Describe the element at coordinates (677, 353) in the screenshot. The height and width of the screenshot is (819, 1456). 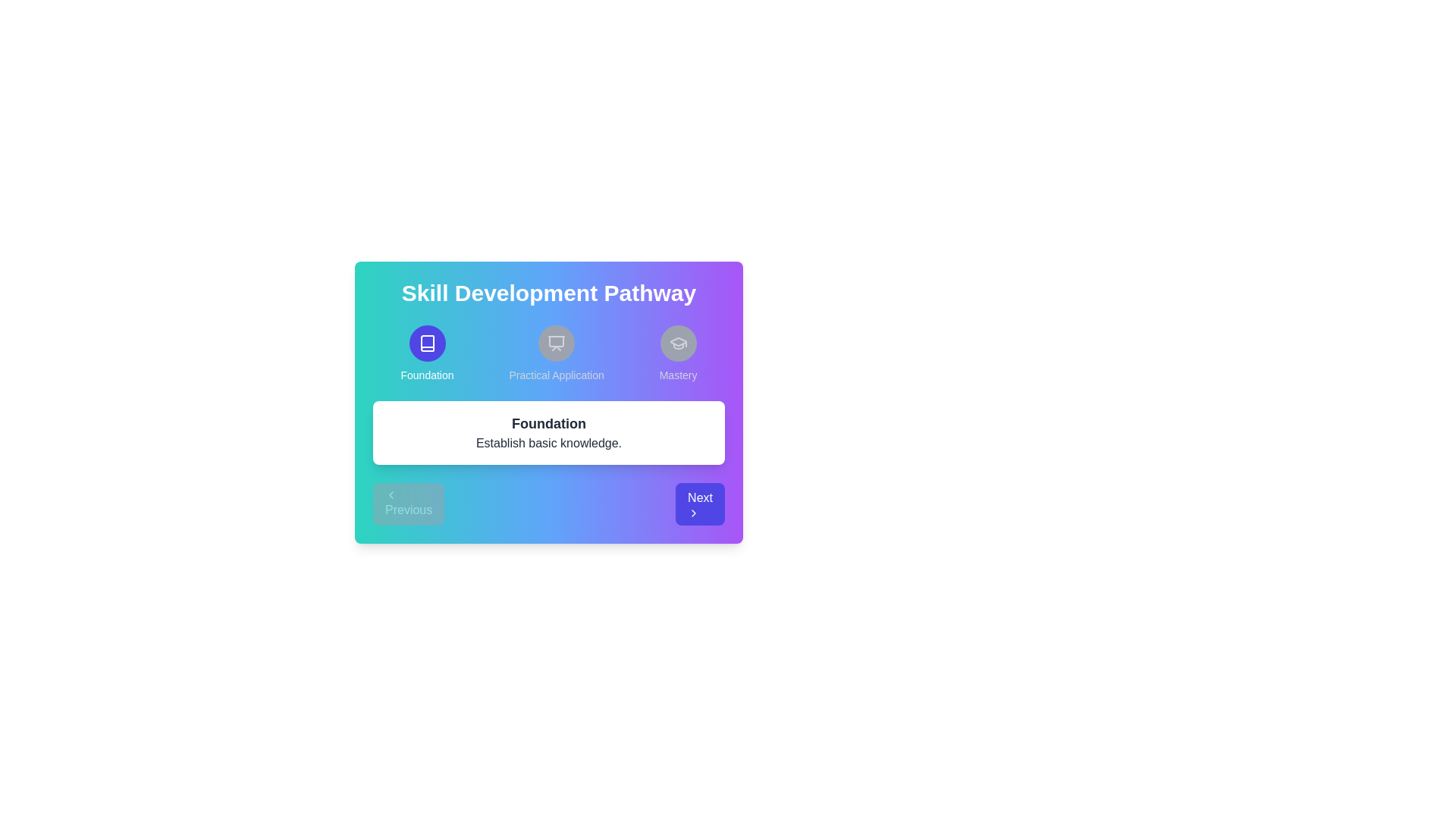
I see `the phase indicator for Mastery to jump to that phase` at that location.